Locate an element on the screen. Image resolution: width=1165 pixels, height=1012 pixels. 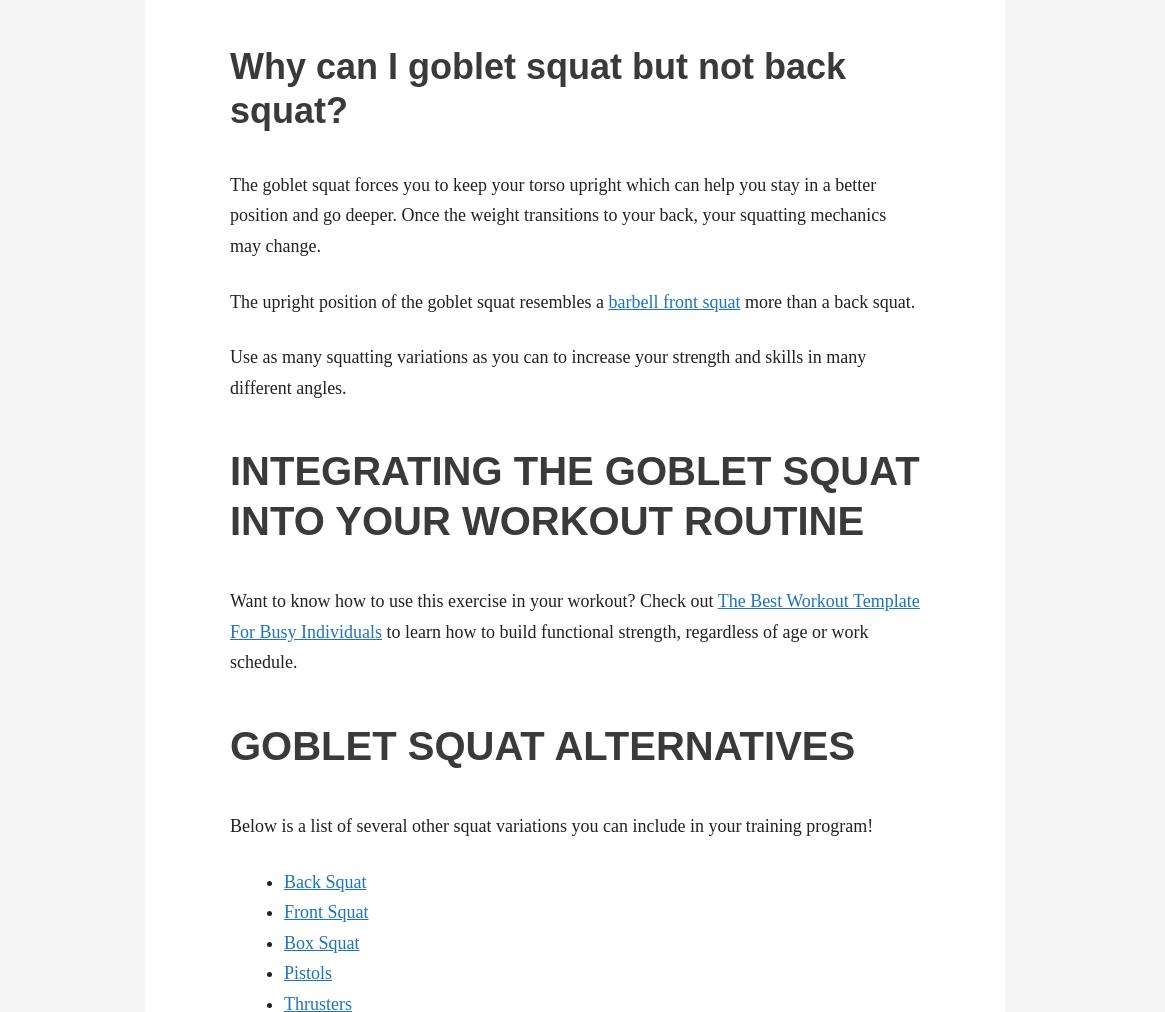
'Front Squat' is located at coordinates (325, 912).